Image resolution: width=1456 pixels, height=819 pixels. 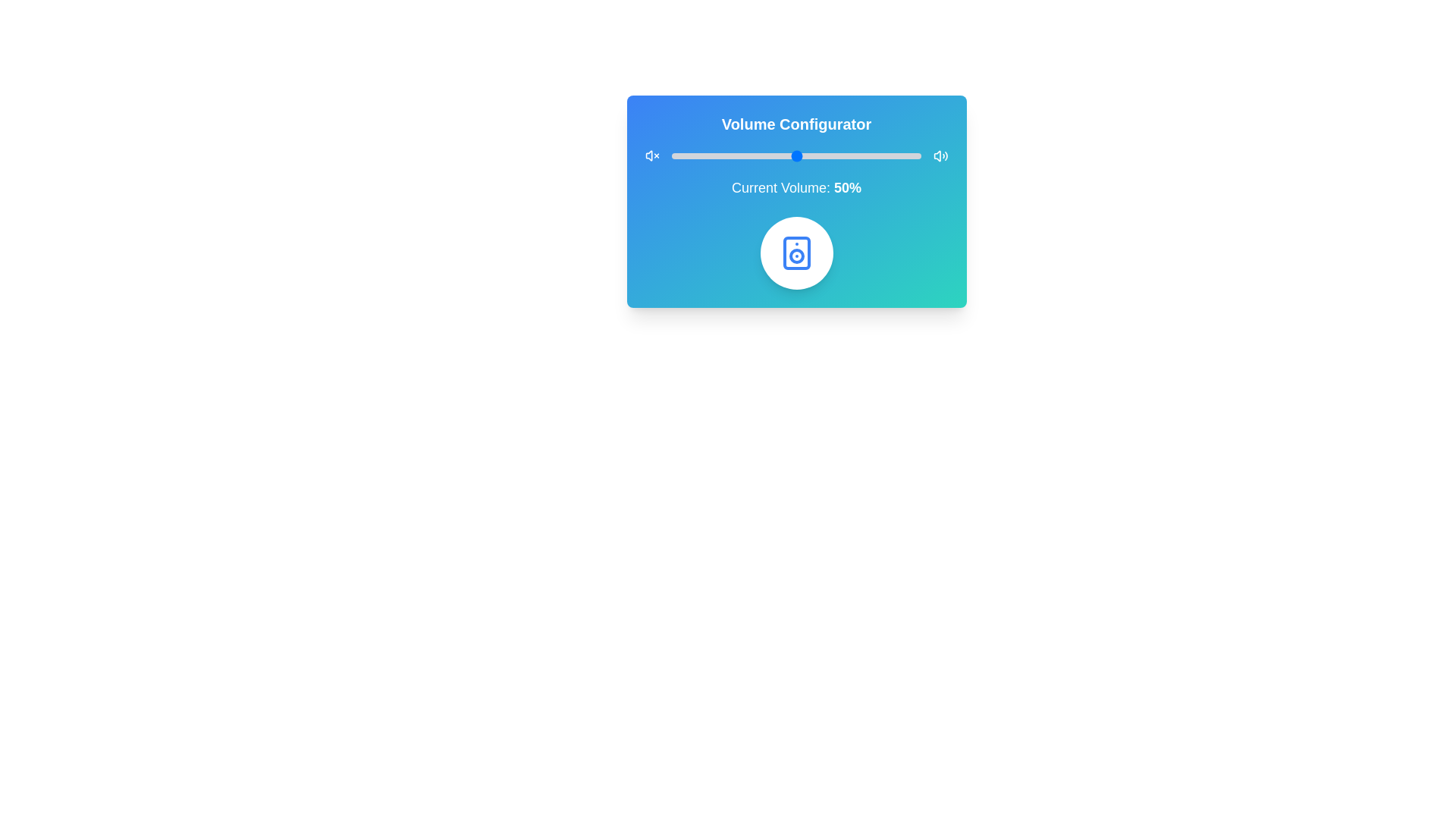 What do you see at coordinates (901, 155) in the screenshot?
I see `the volume slider to set the volume to 92%` at bounding box center [901, 155].